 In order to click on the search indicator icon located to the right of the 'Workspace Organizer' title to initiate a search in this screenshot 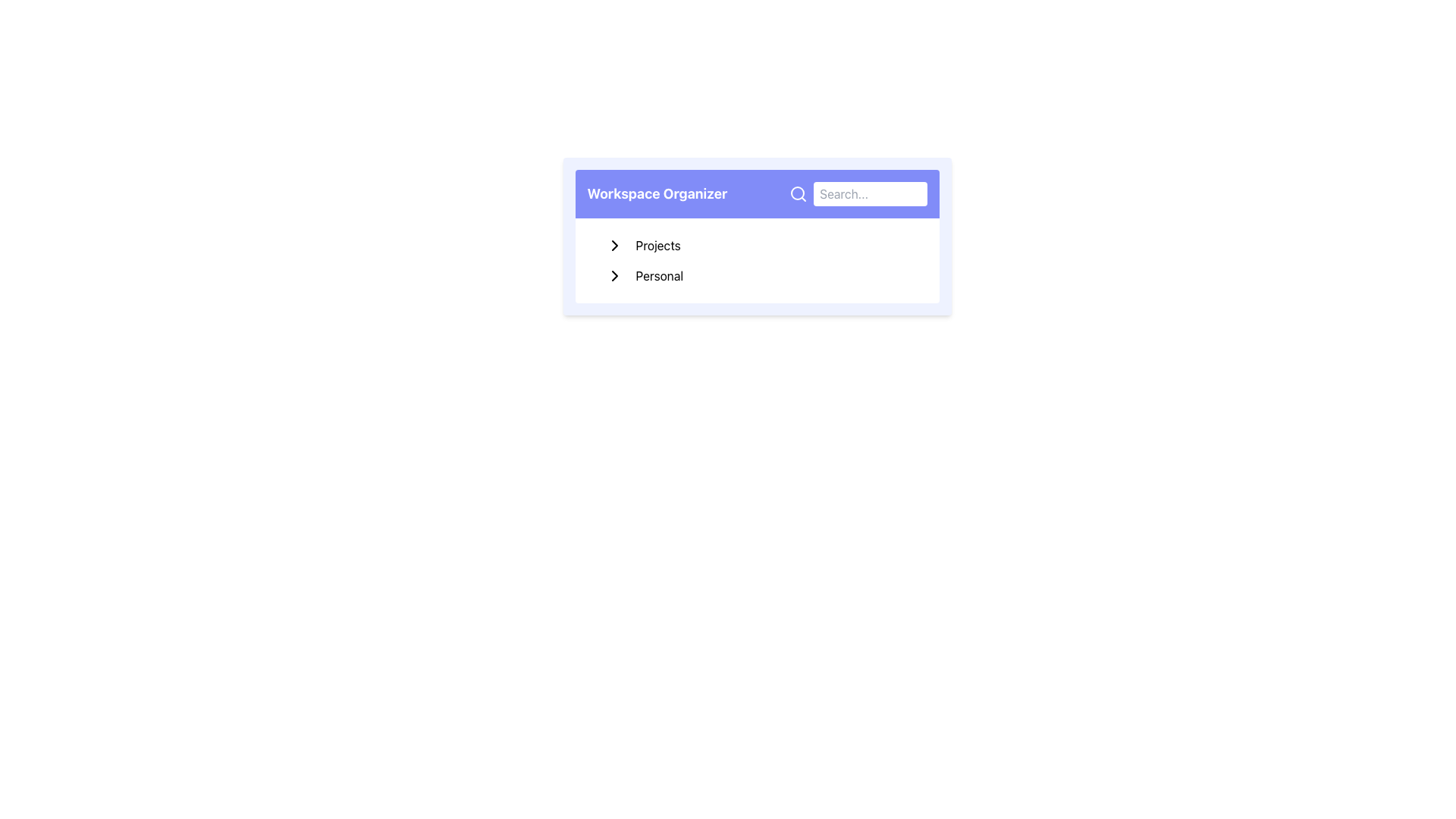, I will do `click(798, 193)`.